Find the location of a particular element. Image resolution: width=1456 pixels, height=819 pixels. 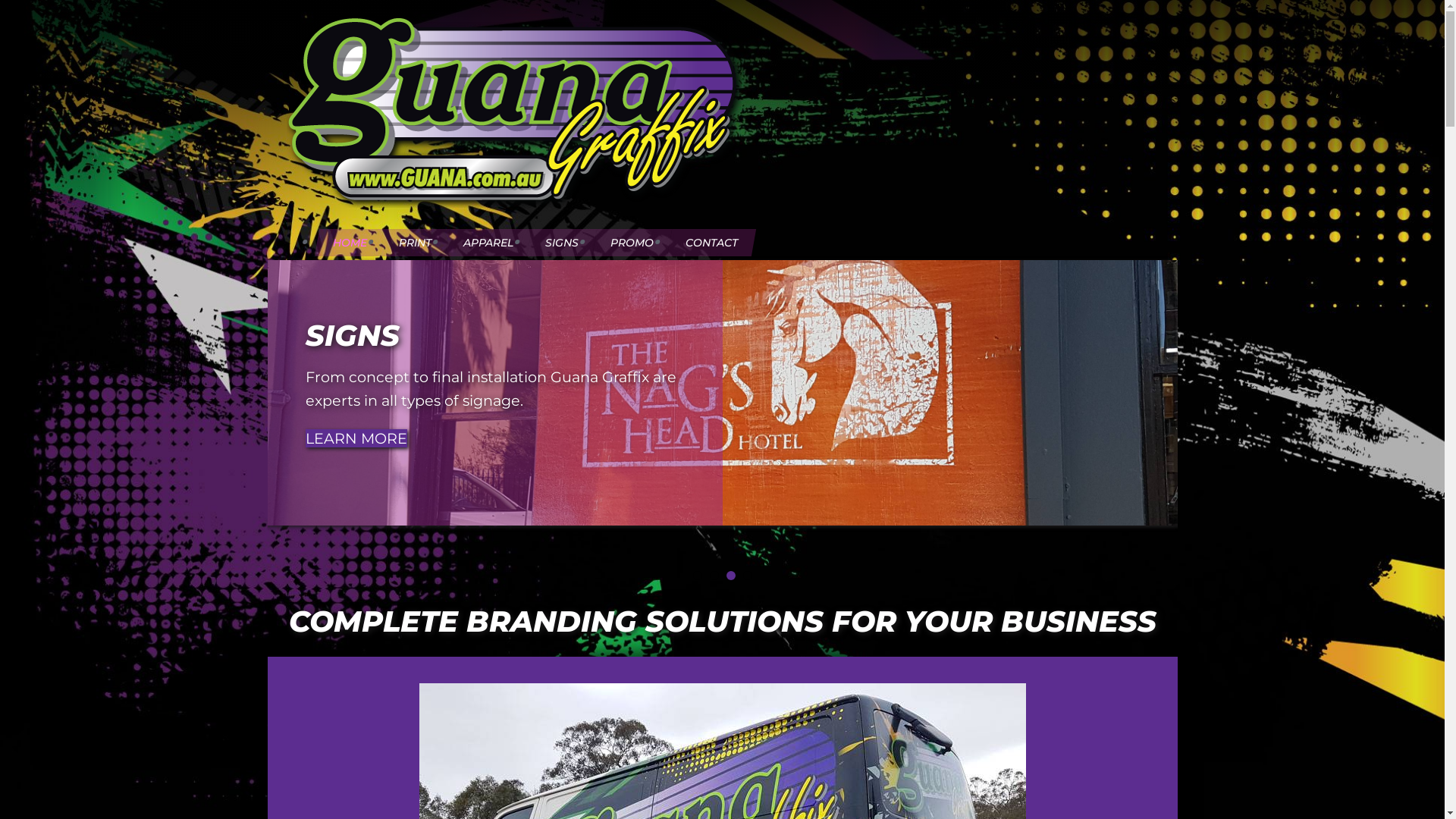

'APPAREL' is located at coordinates (488, 242).